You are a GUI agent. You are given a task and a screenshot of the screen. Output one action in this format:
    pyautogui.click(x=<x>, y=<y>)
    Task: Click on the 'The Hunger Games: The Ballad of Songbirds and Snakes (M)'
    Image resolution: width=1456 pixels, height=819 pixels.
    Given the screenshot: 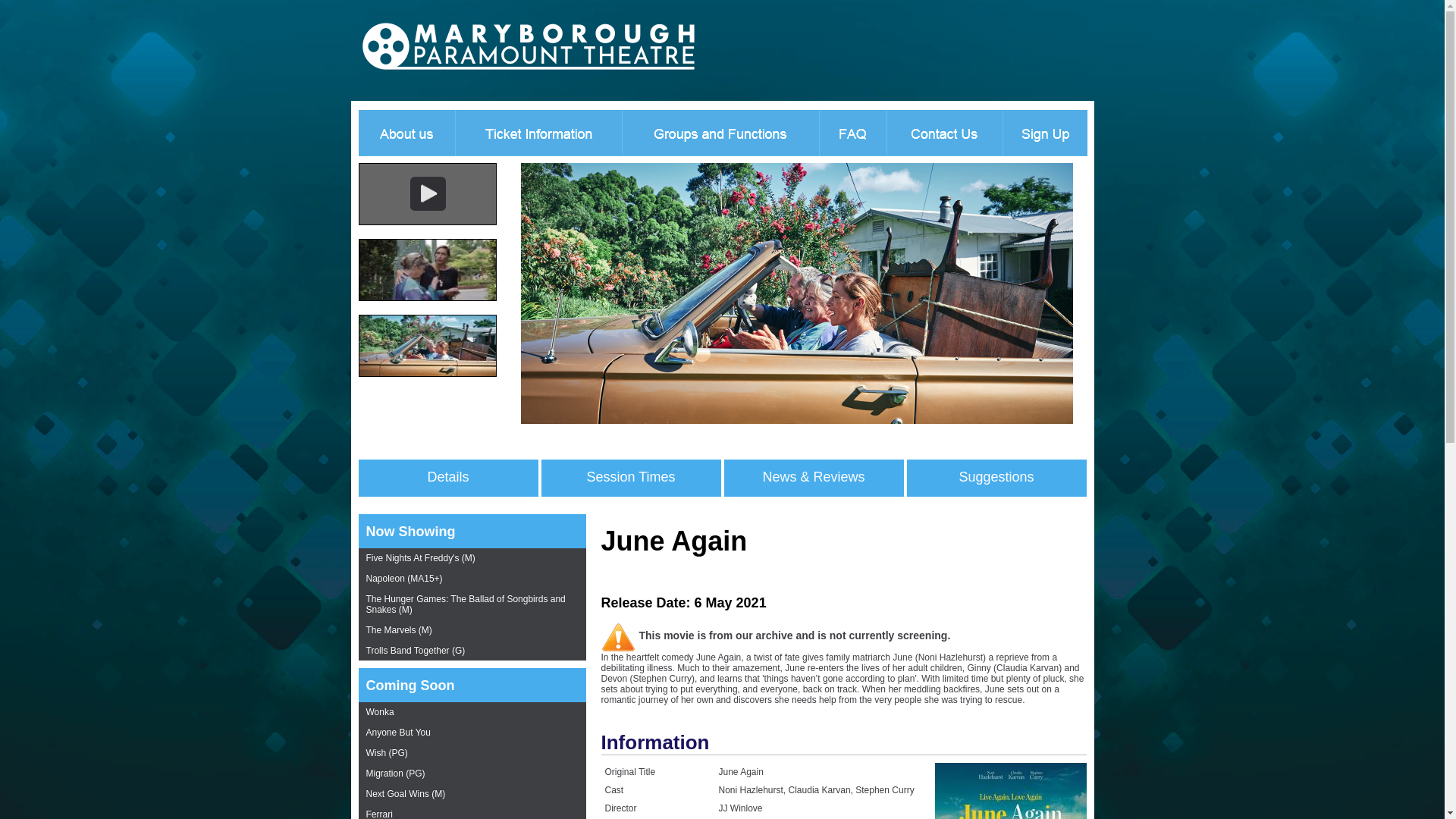 What is the action you would take?
    pyautogui.click(x=471, y=604)
    